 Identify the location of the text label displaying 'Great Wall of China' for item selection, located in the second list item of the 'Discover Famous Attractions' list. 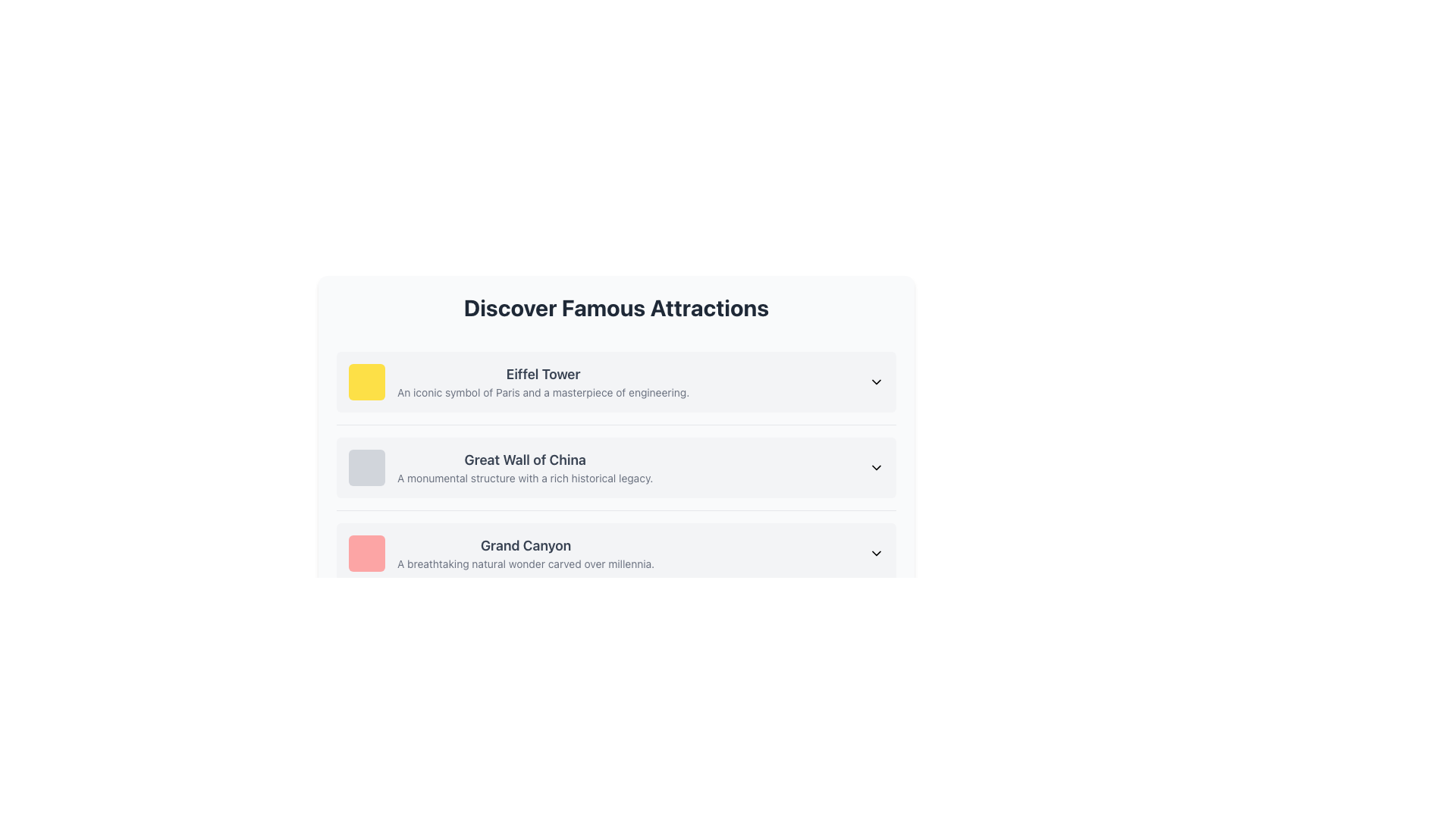
(525, 459).